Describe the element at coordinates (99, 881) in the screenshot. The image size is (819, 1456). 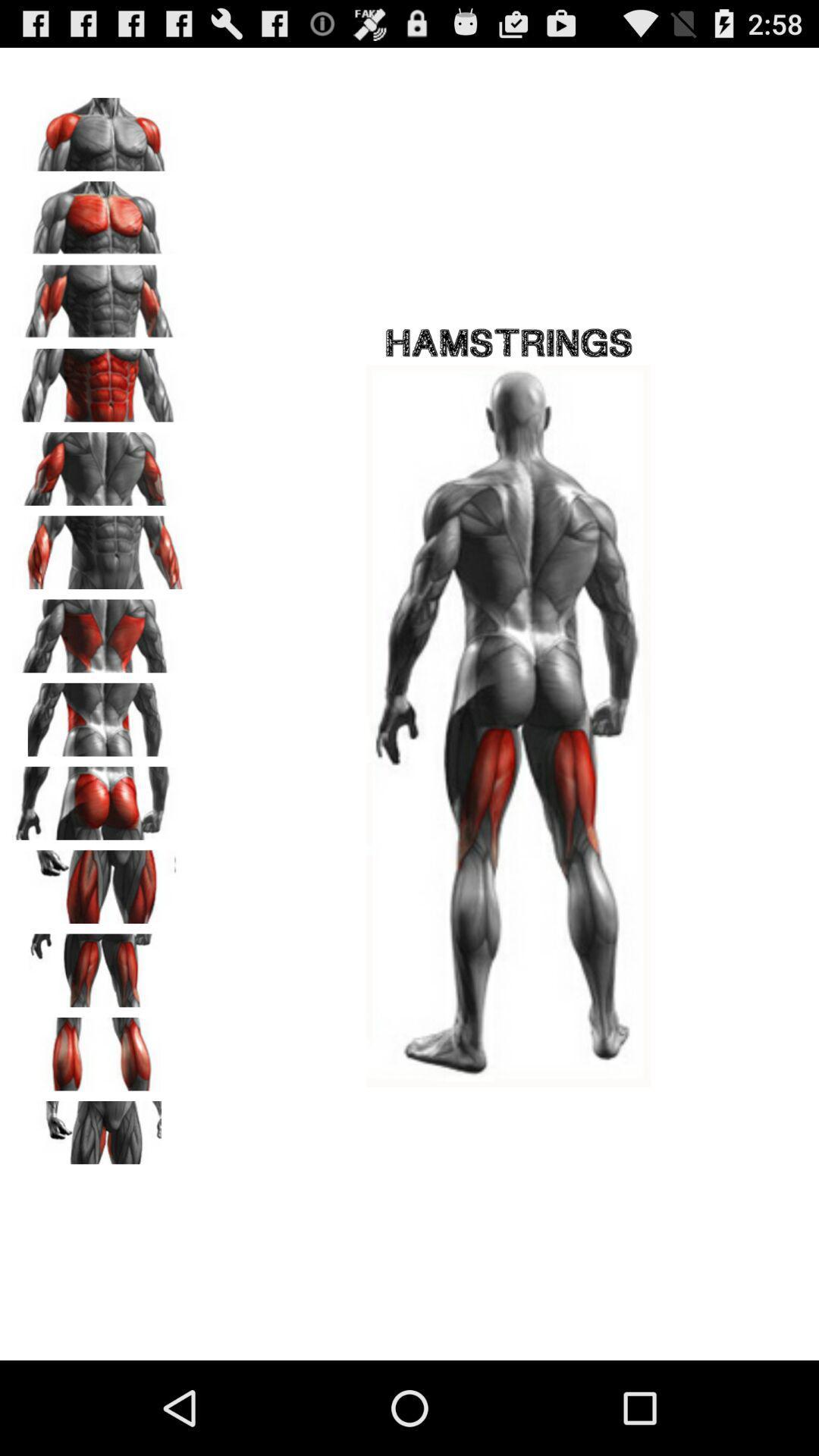
I see `zoom in to the selected region` at that location.